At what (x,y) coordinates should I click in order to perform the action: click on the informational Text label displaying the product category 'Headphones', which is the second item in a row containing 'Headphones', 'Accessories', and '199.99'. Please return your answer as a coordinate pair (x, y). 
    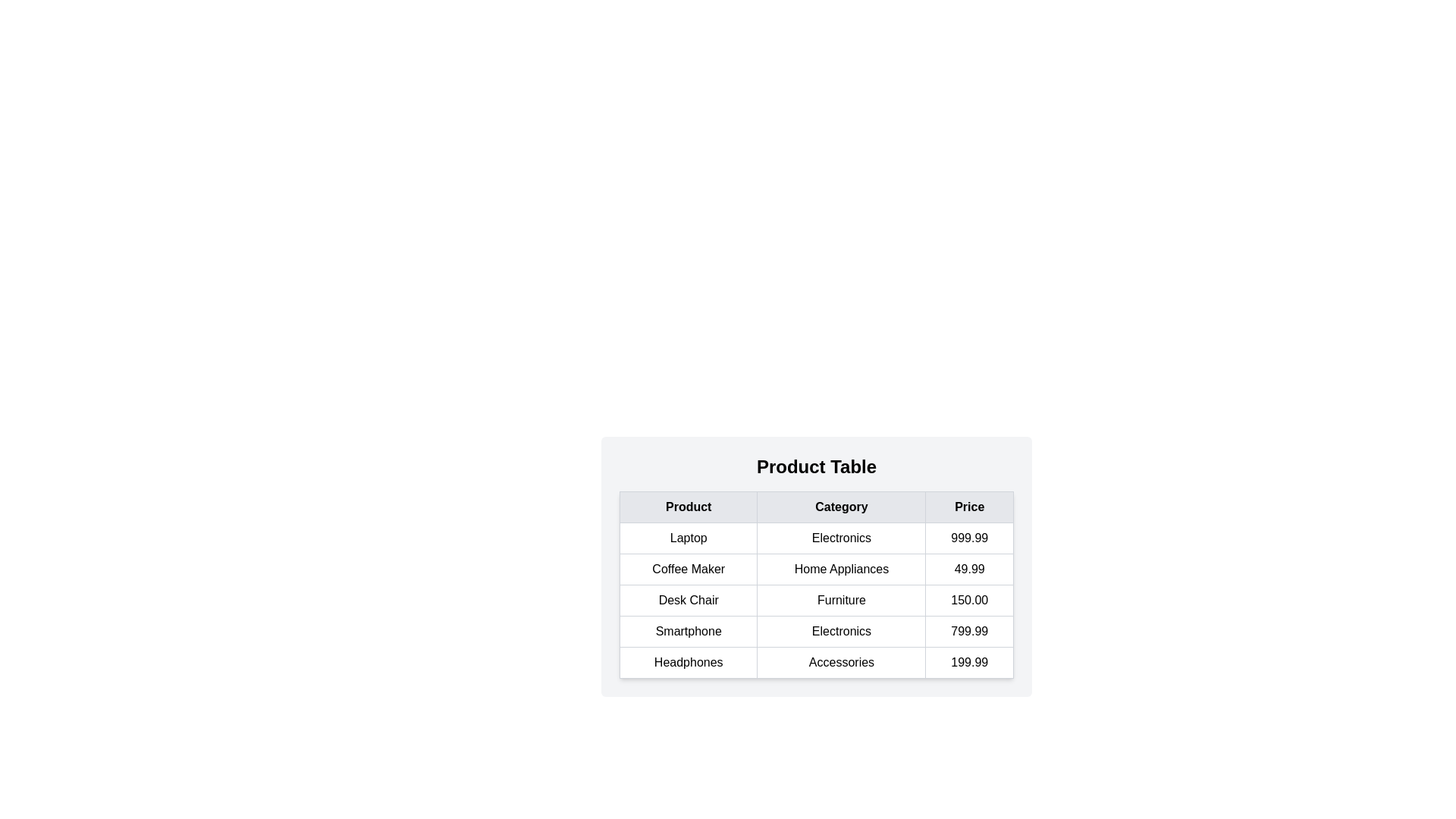
    Looking at the image, I should click on (840, 662).